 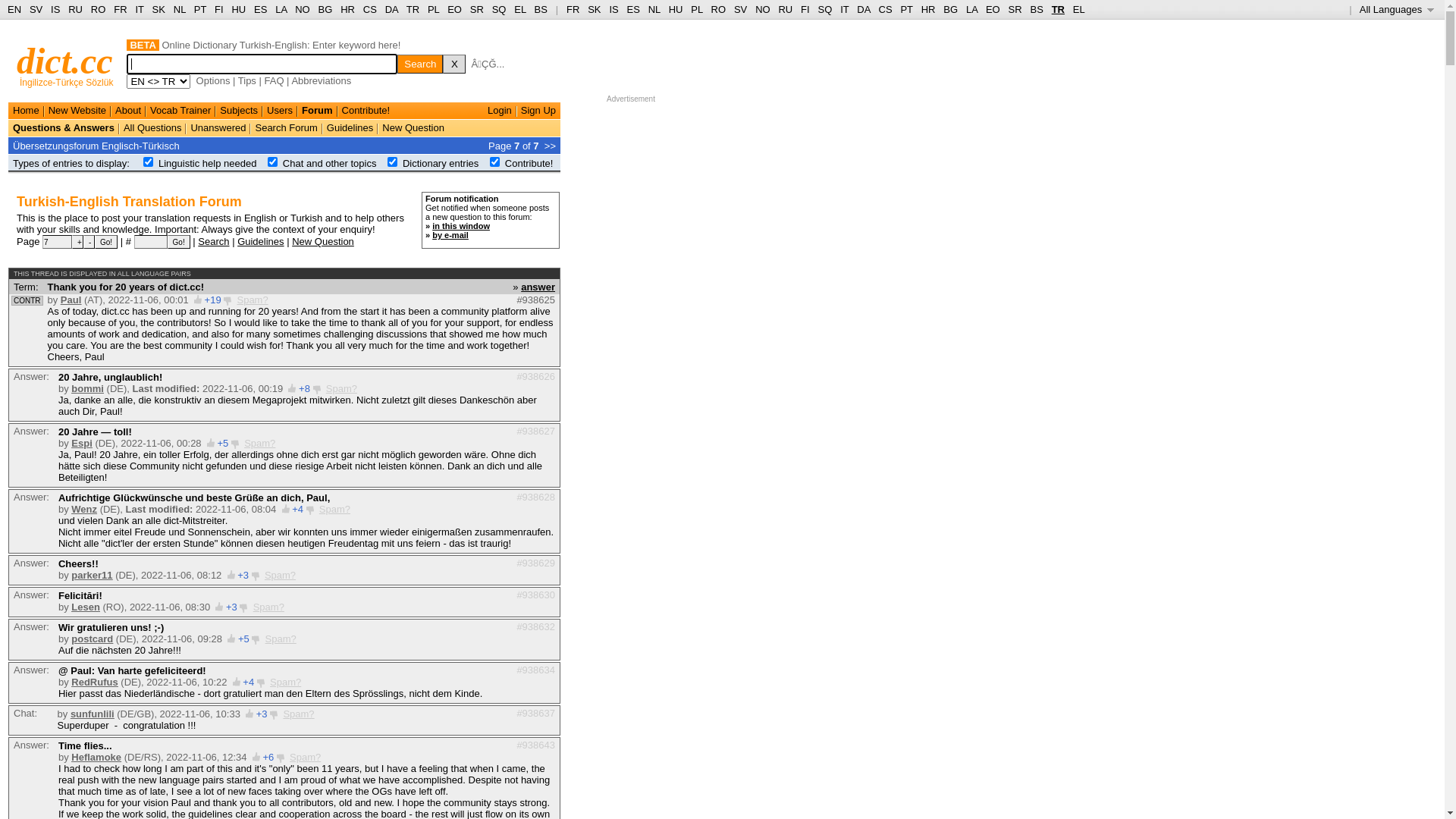 I want to click on 'parker11', so click(x=71, y=575).